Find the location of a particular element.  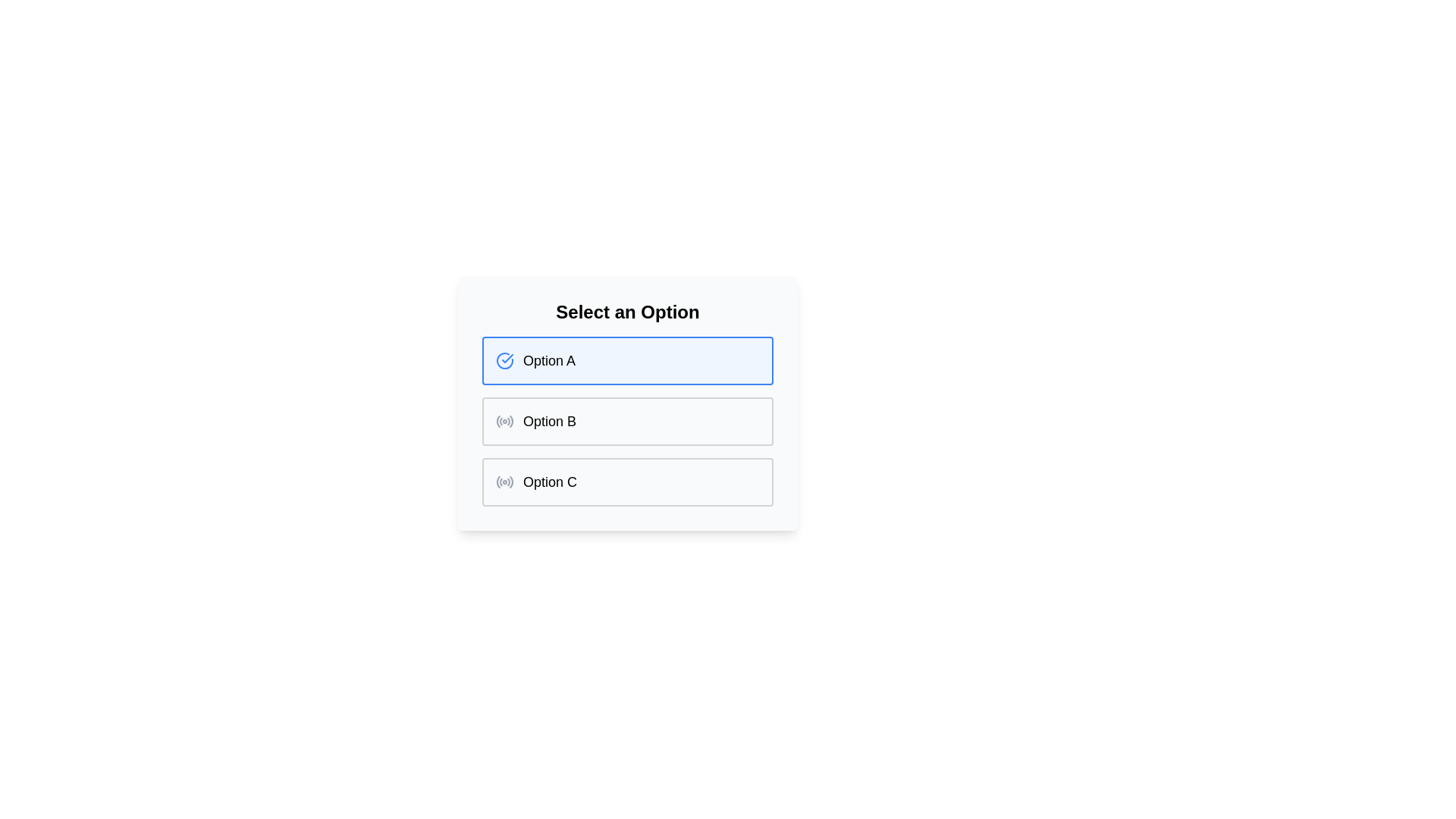

the text label associated with the third selectable option in the list, located at the bottom of the vertical list within a rounded border element is located at coordinates (549, 482).